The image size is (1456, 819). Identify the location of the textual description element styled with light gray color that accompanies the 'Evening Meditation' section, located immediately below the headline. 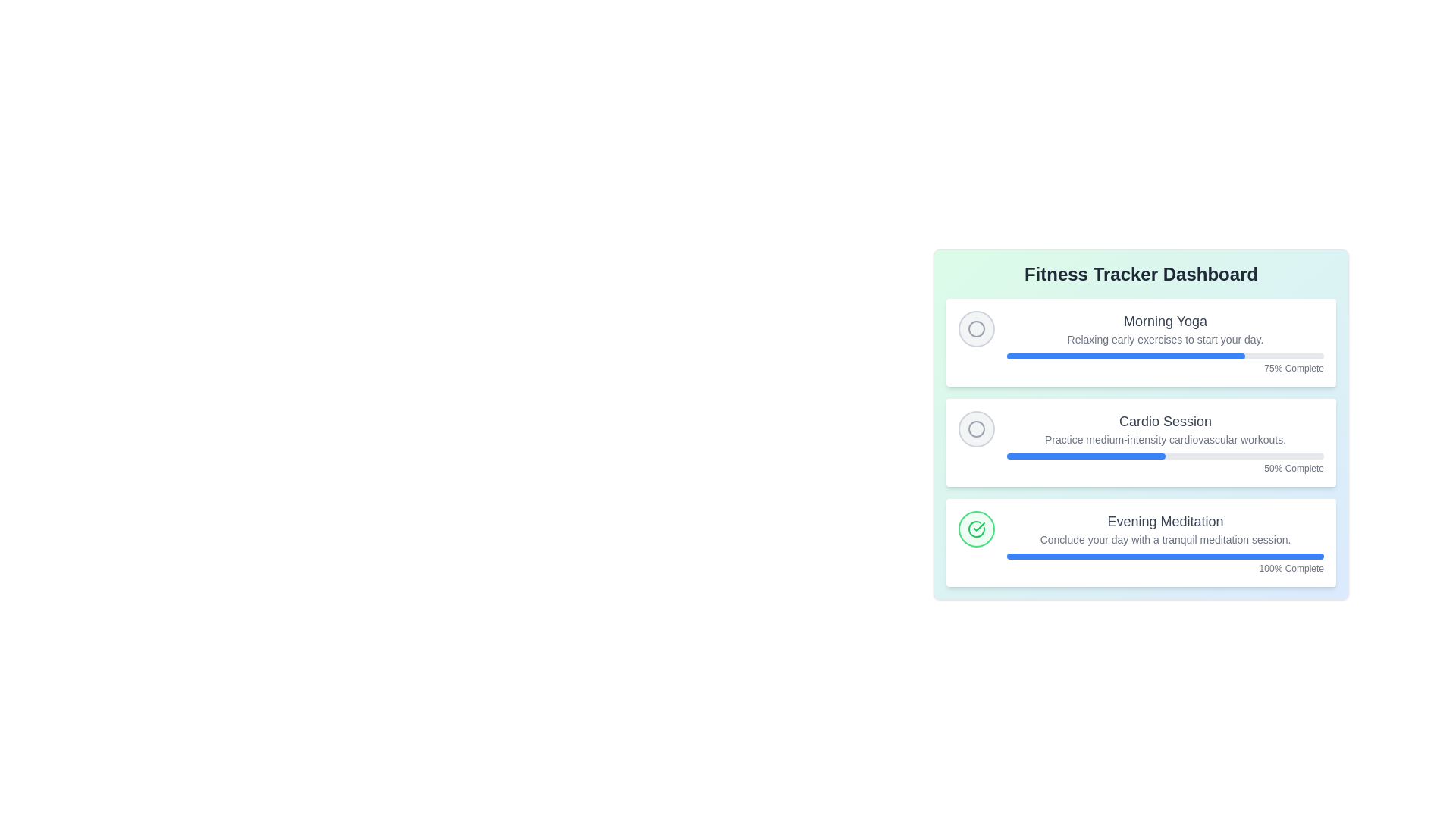
(1164, 539).